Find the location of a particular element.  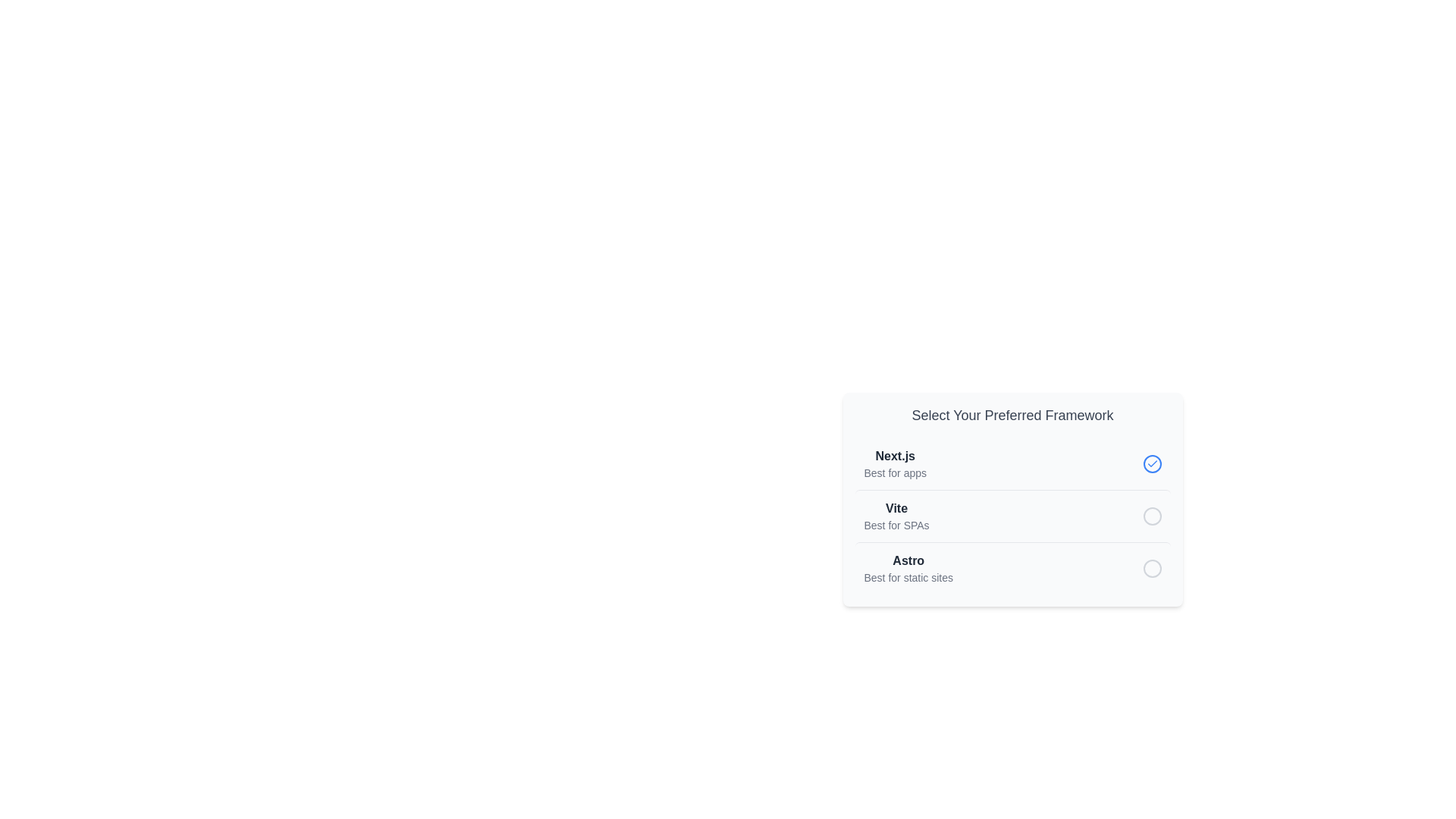

the radio button located is located at coordinates (1152, 516).